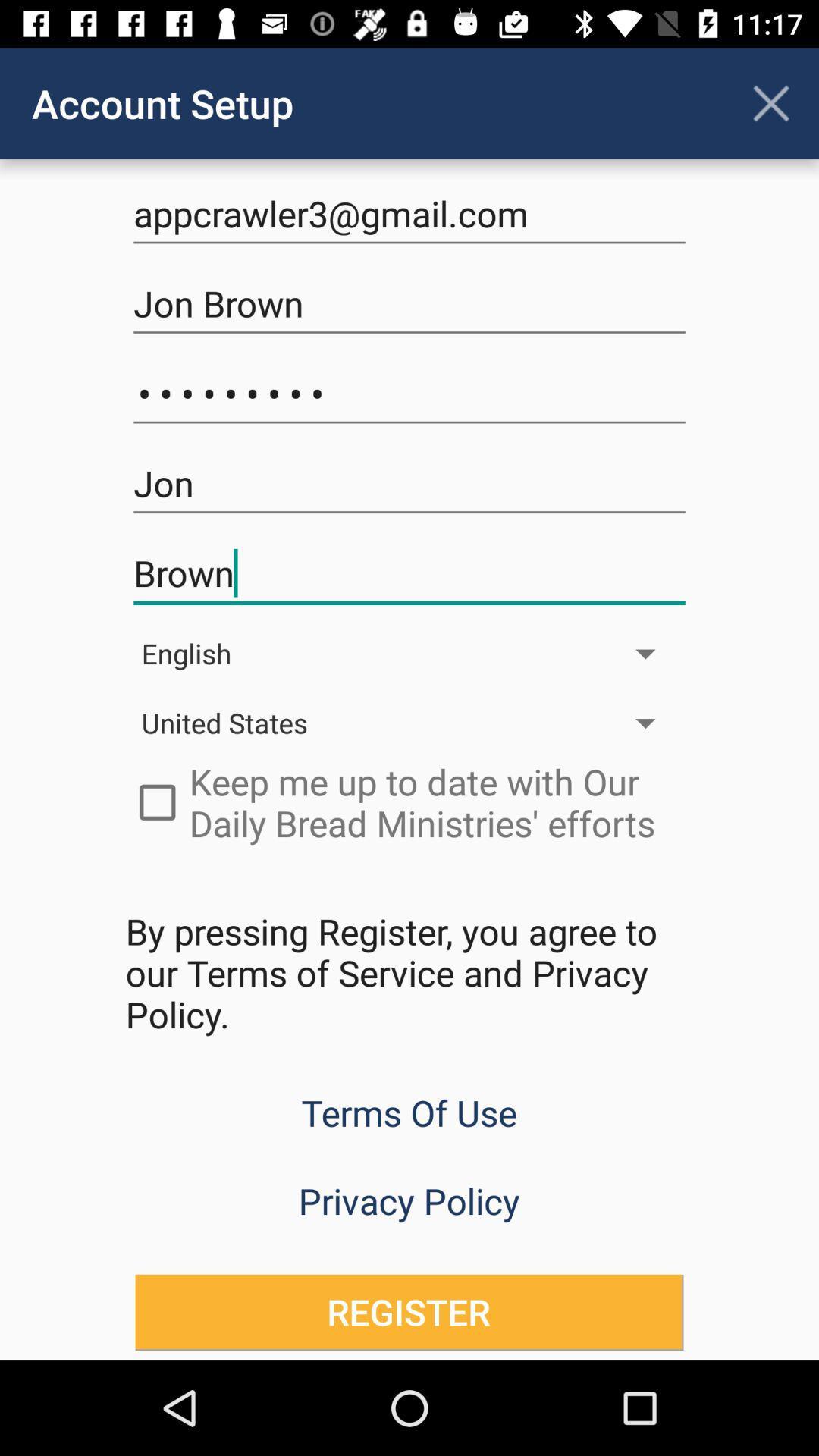  I want to click on the text field appcrawler3gmailcom, so click(409, 214).